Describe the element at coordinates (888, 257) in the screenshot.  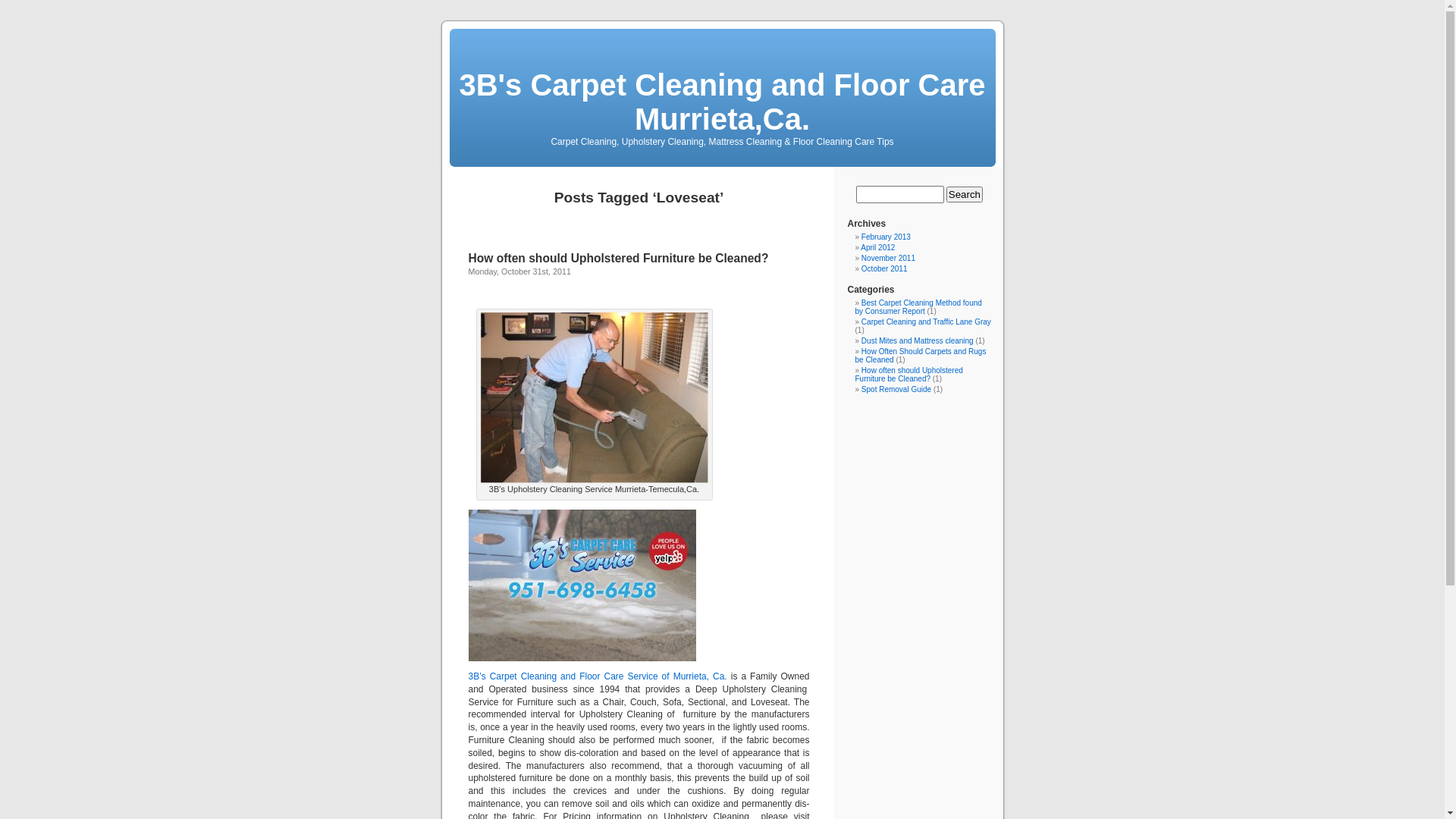
I see `'November 2011'` at that location.